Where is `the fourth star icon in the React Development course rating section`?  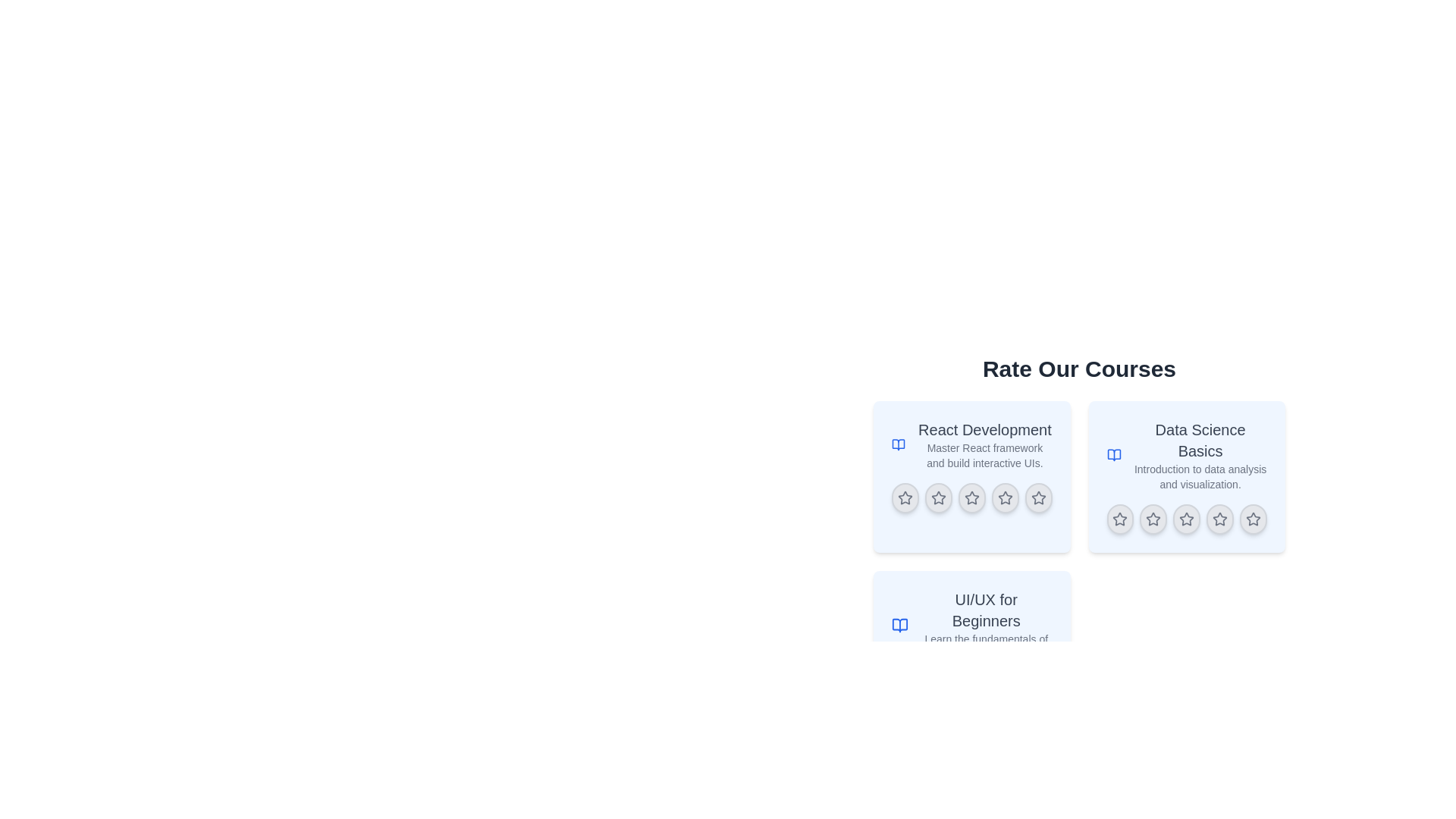
the fourth star icon in the React Development course rating section is located at coordinates (1005, 497).